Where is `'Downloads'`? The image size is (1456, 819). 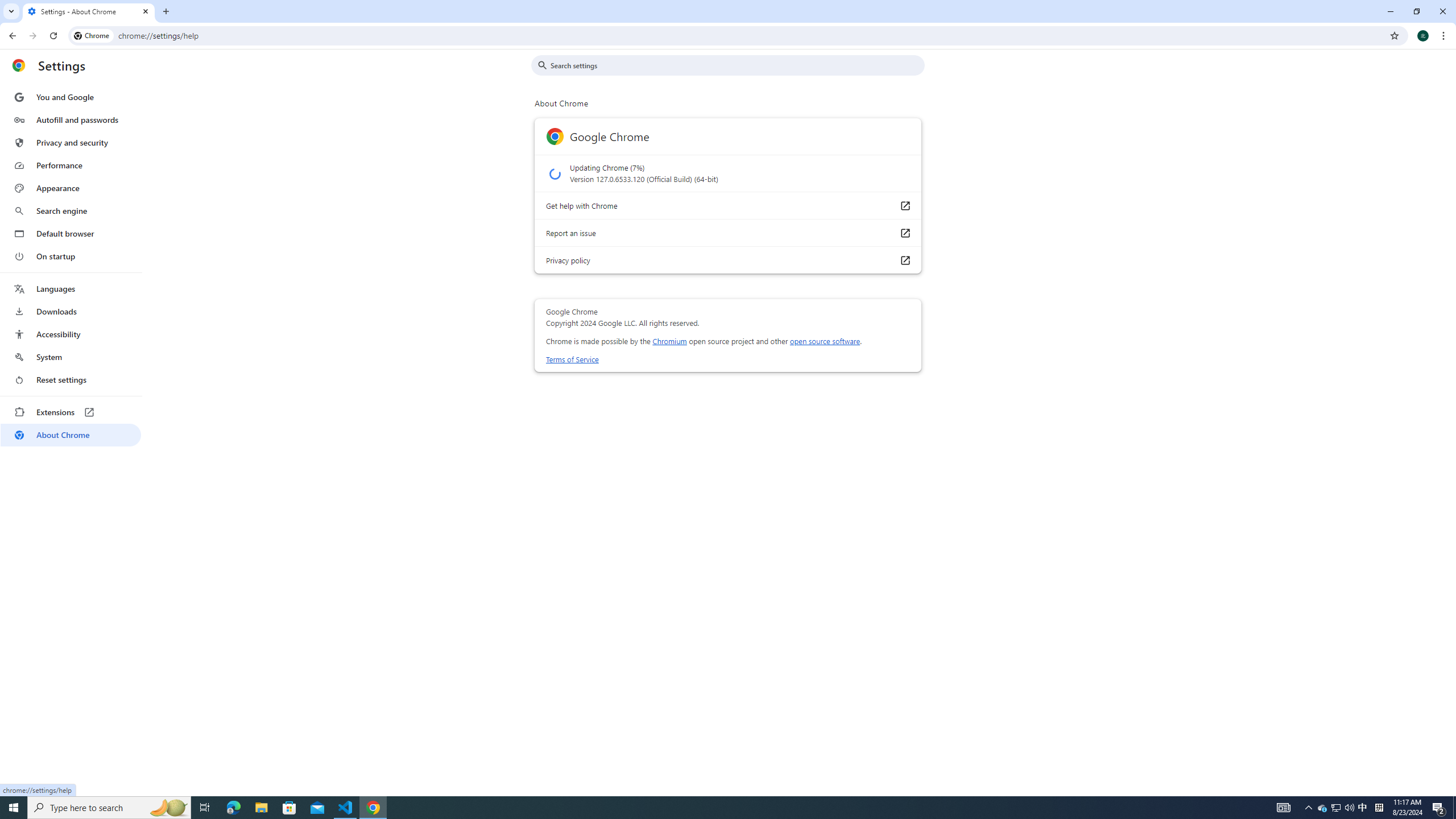 'Downloads' is located at coordinates (70, 311).